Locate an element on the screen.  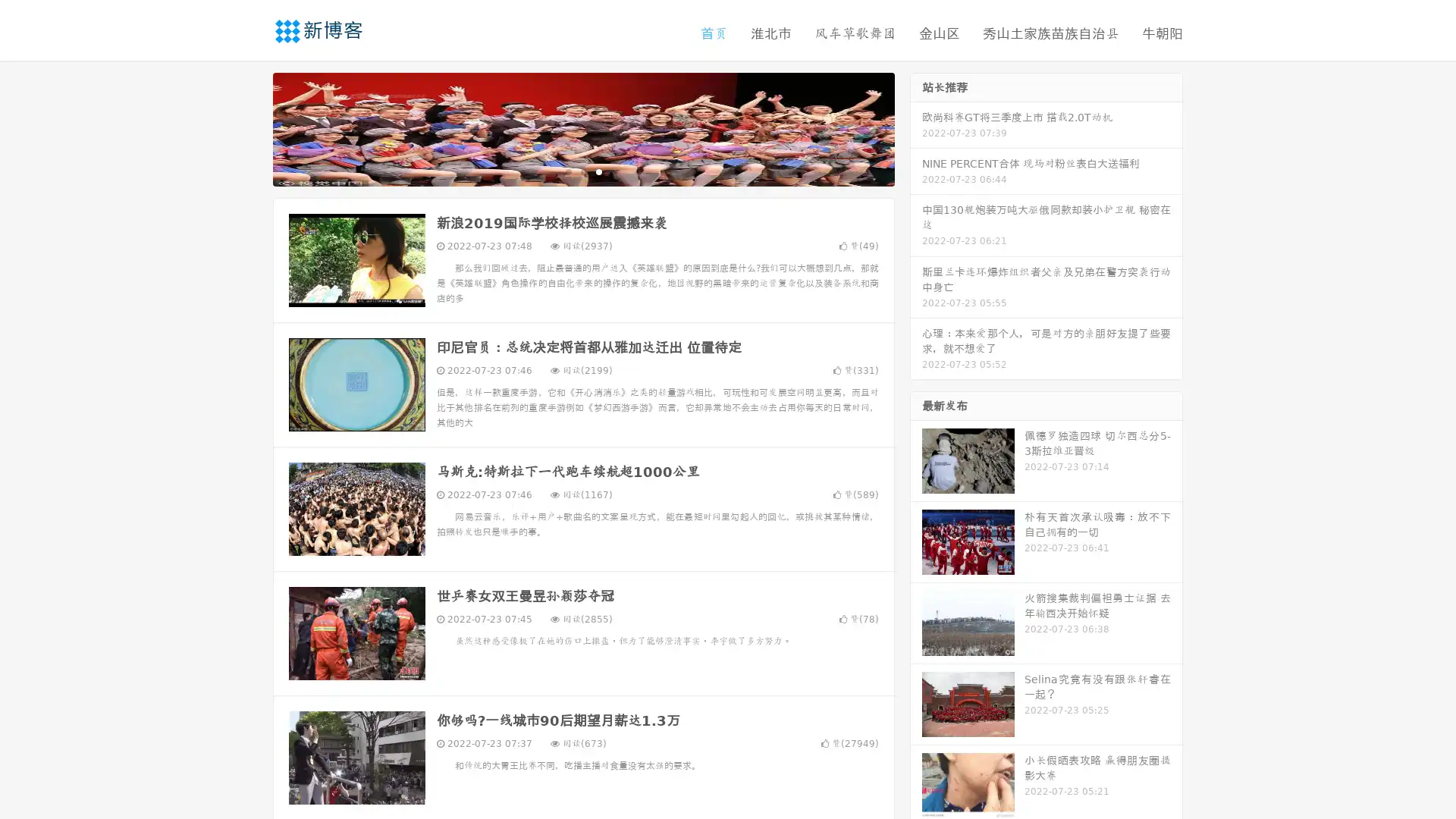
Go to slide 2 is located at coordinates (582, 171).